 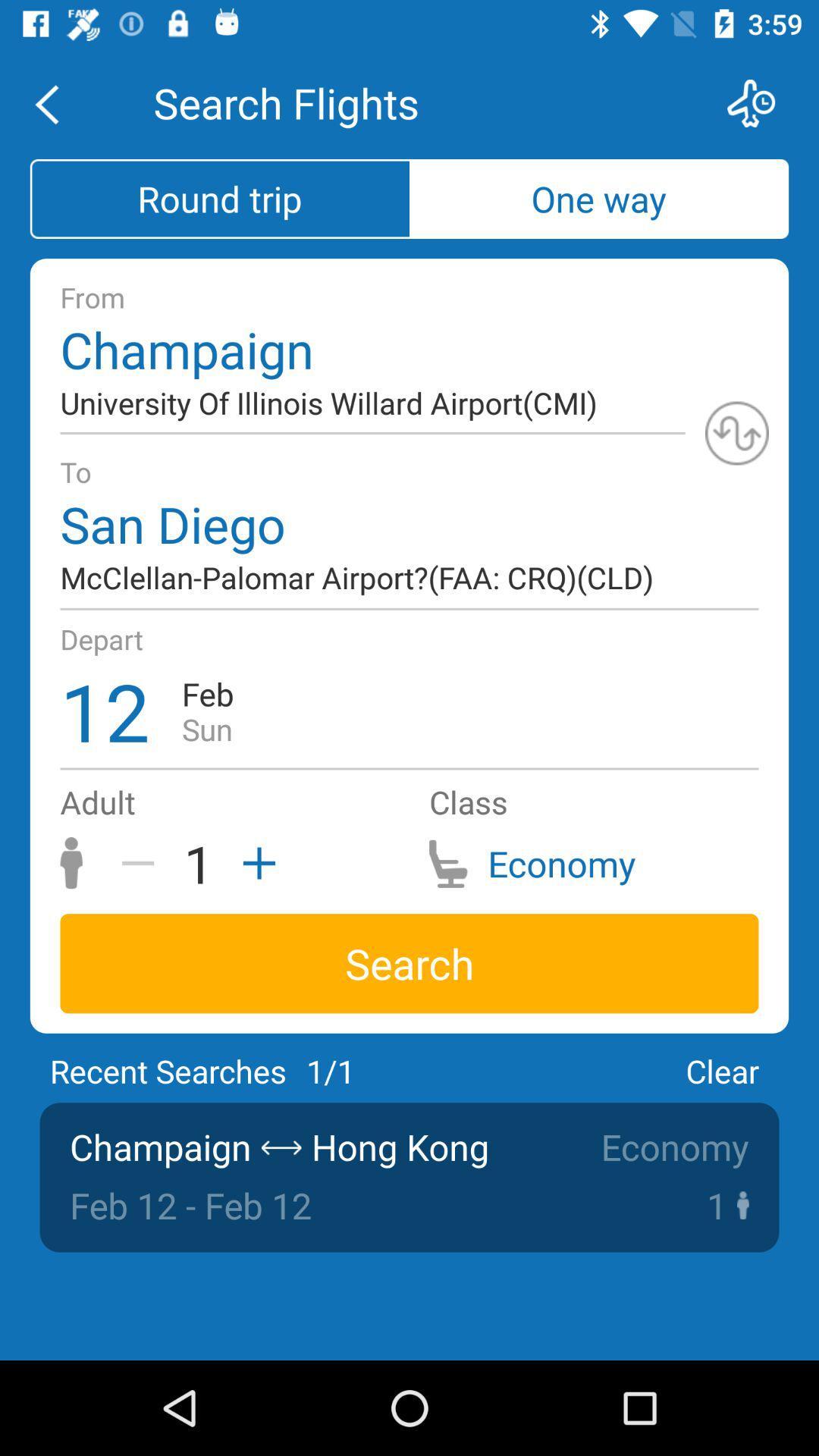 What do you see at coordinates (721, 1070) in the screenshot?
I see `clear item` at bounding box center [721, 1070].